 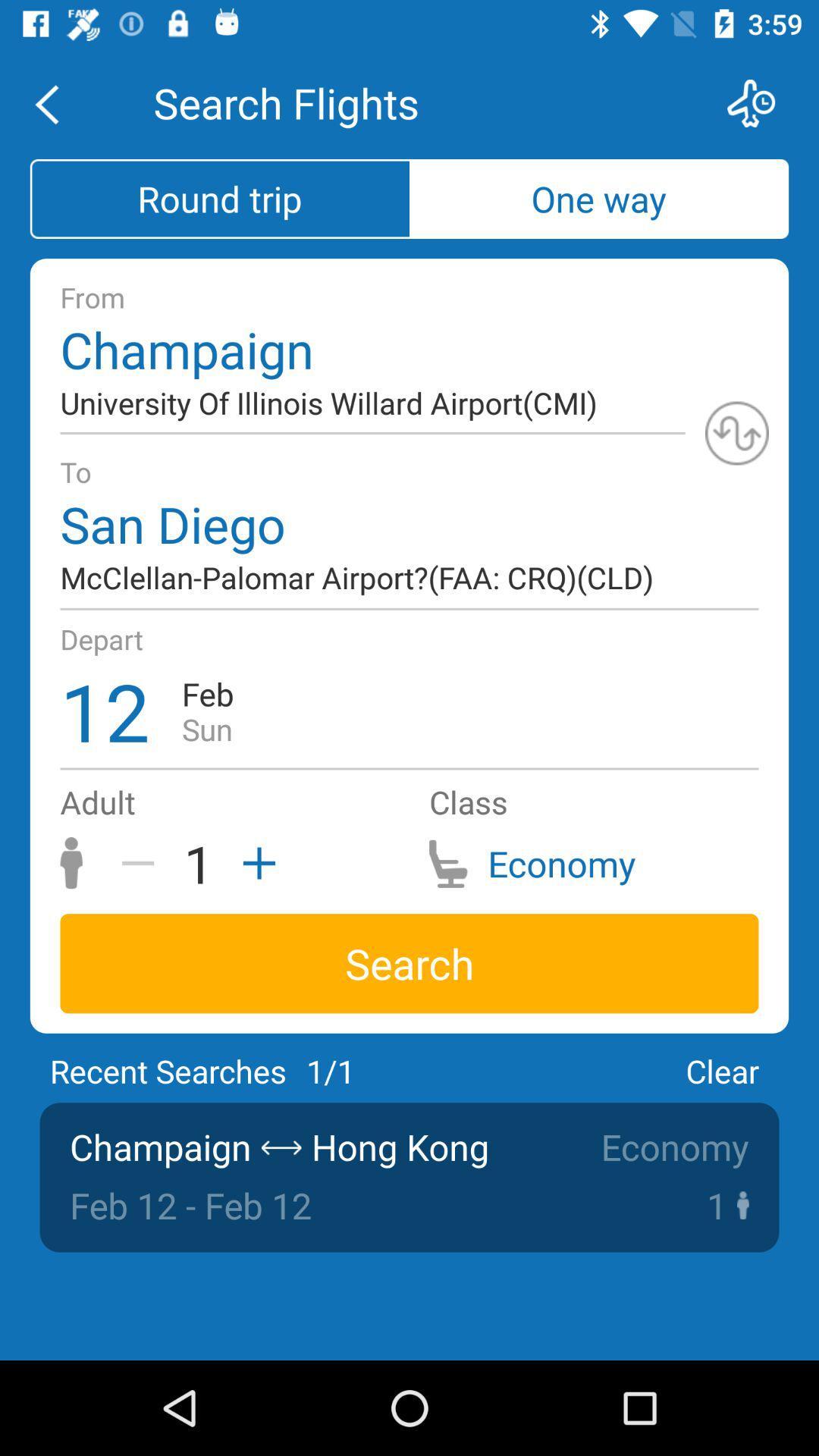 What do you see at coordinates (721, 1070) in the screenshot?
I see `clear item` at bounding box center [721, 1070].